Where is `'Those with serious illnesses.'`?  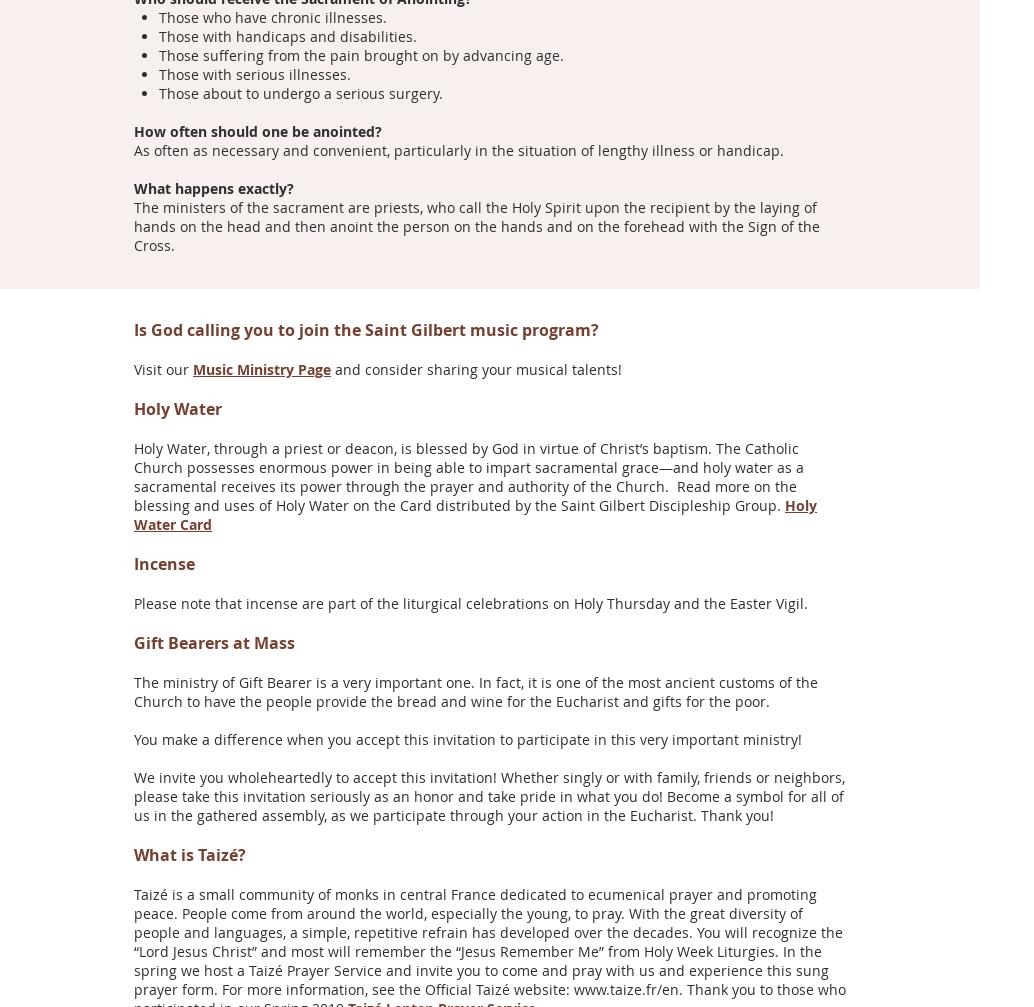
'Those with serious illnesses.' is located at coordinates (254, 73).